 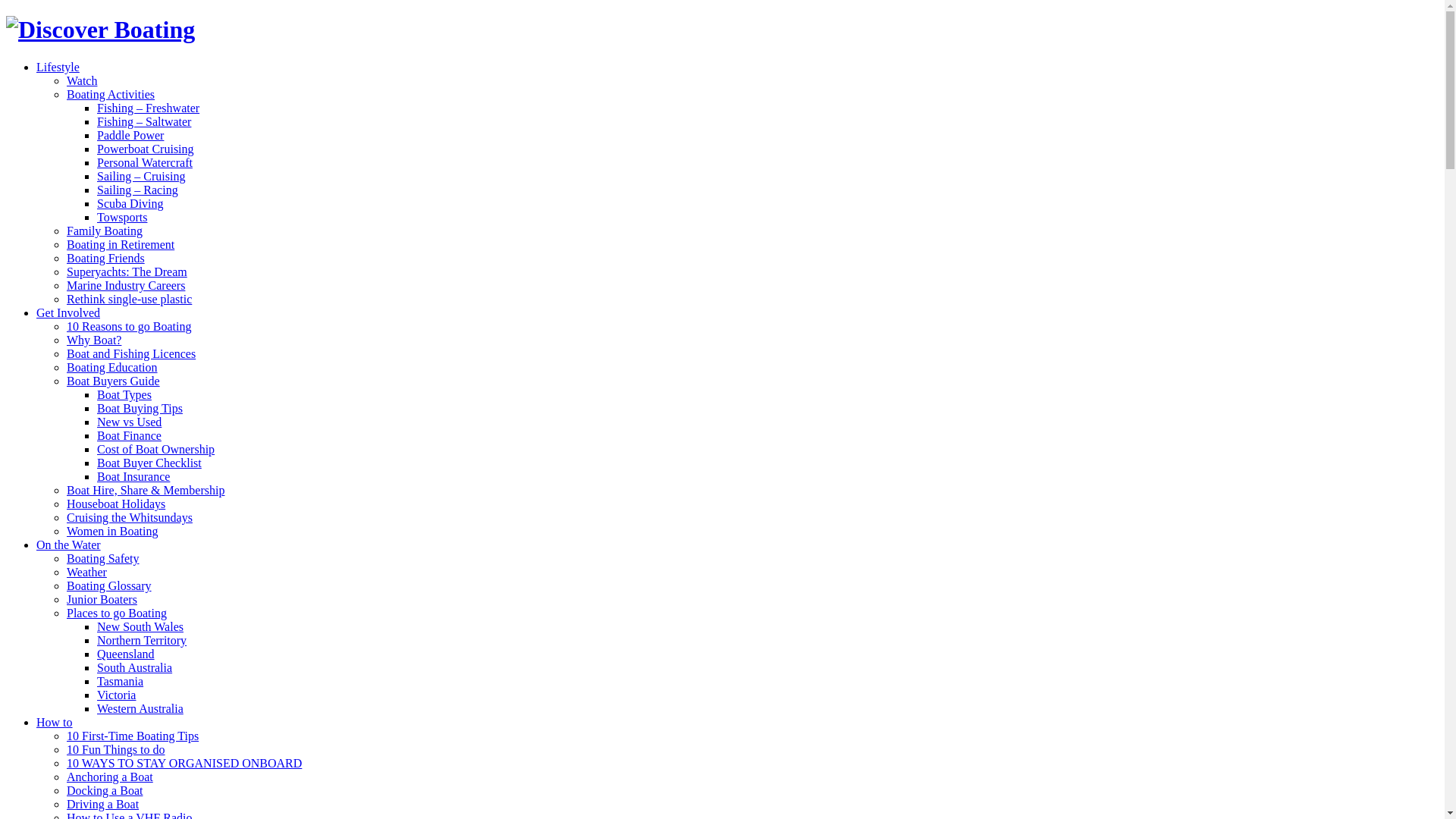 I want to click on 'Superyachts: The Dream', so click(x=65, y=271).